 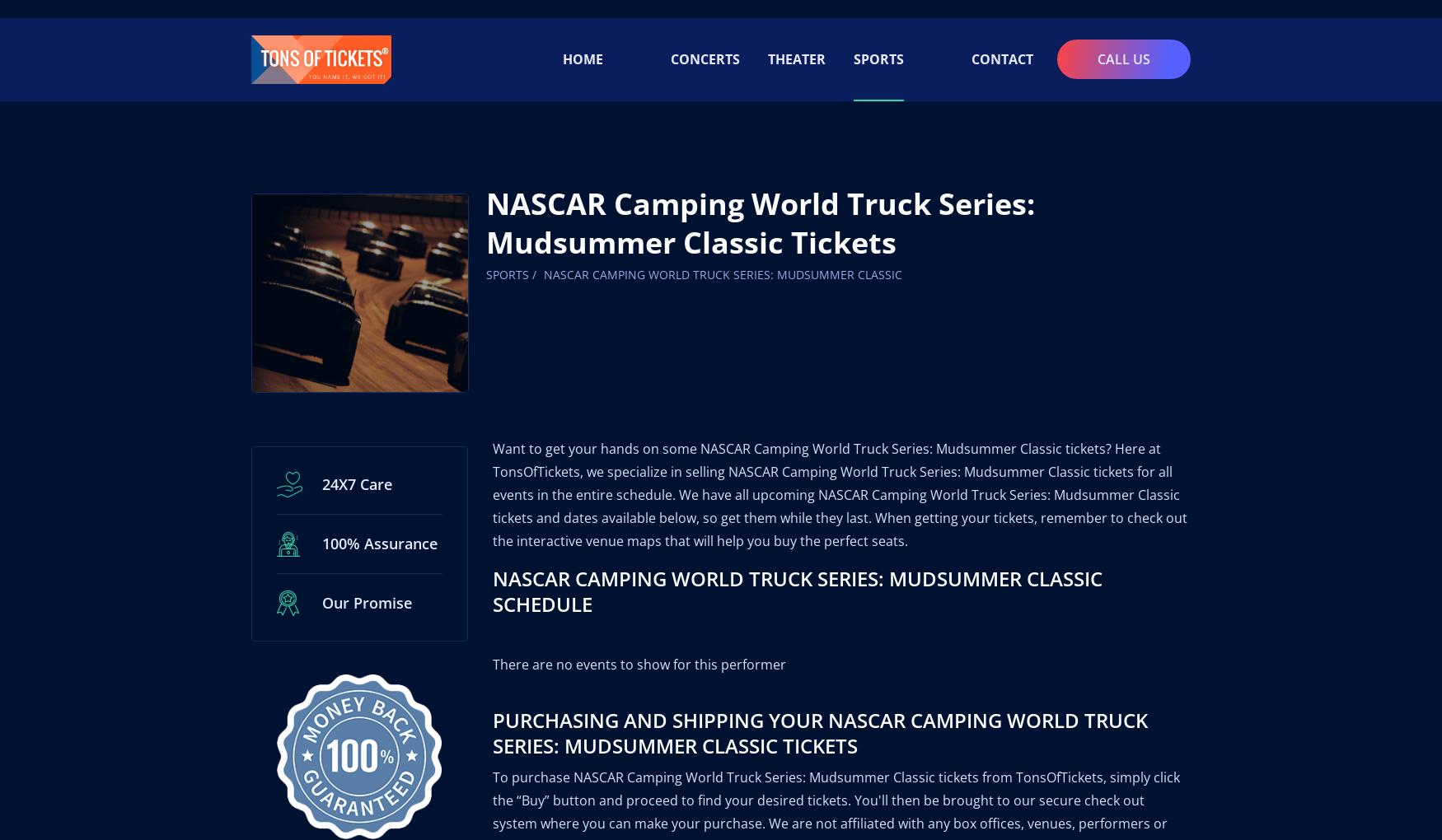 I want to click on '100% Assurance', so click(x=321, y=525).